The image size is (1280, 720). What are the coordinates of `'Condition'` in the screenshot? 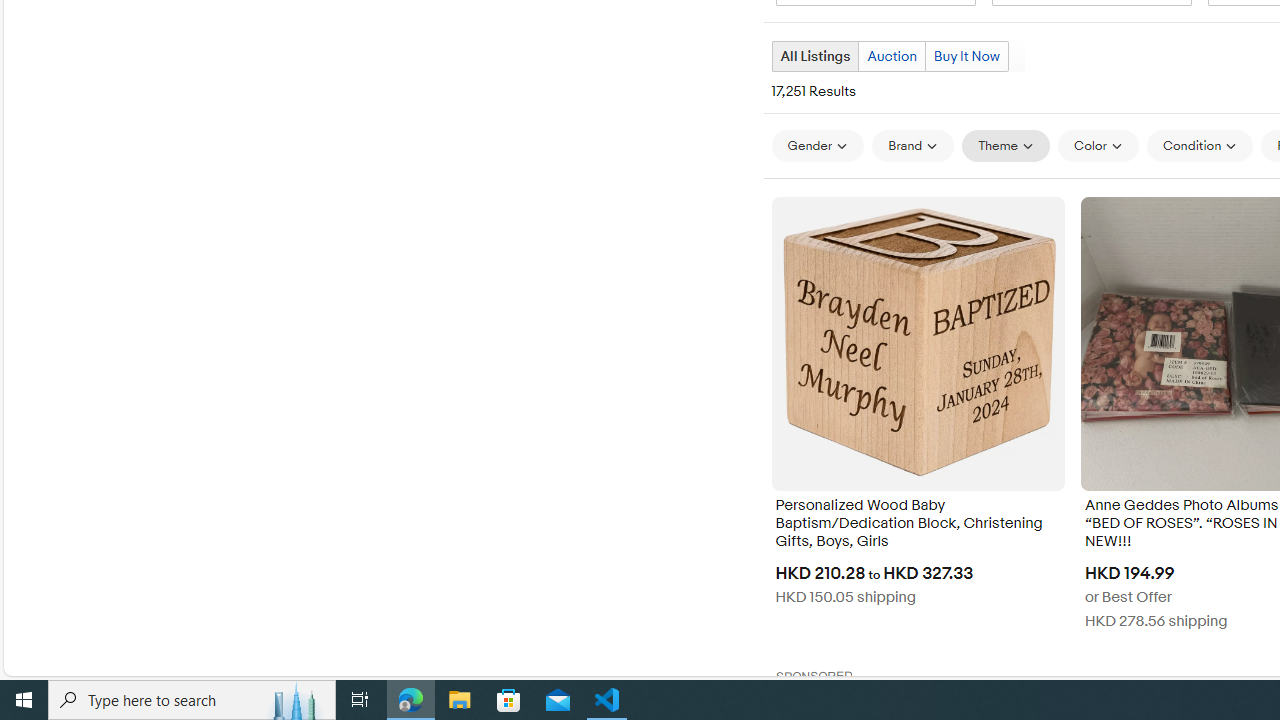 It's located at (1200, 144).